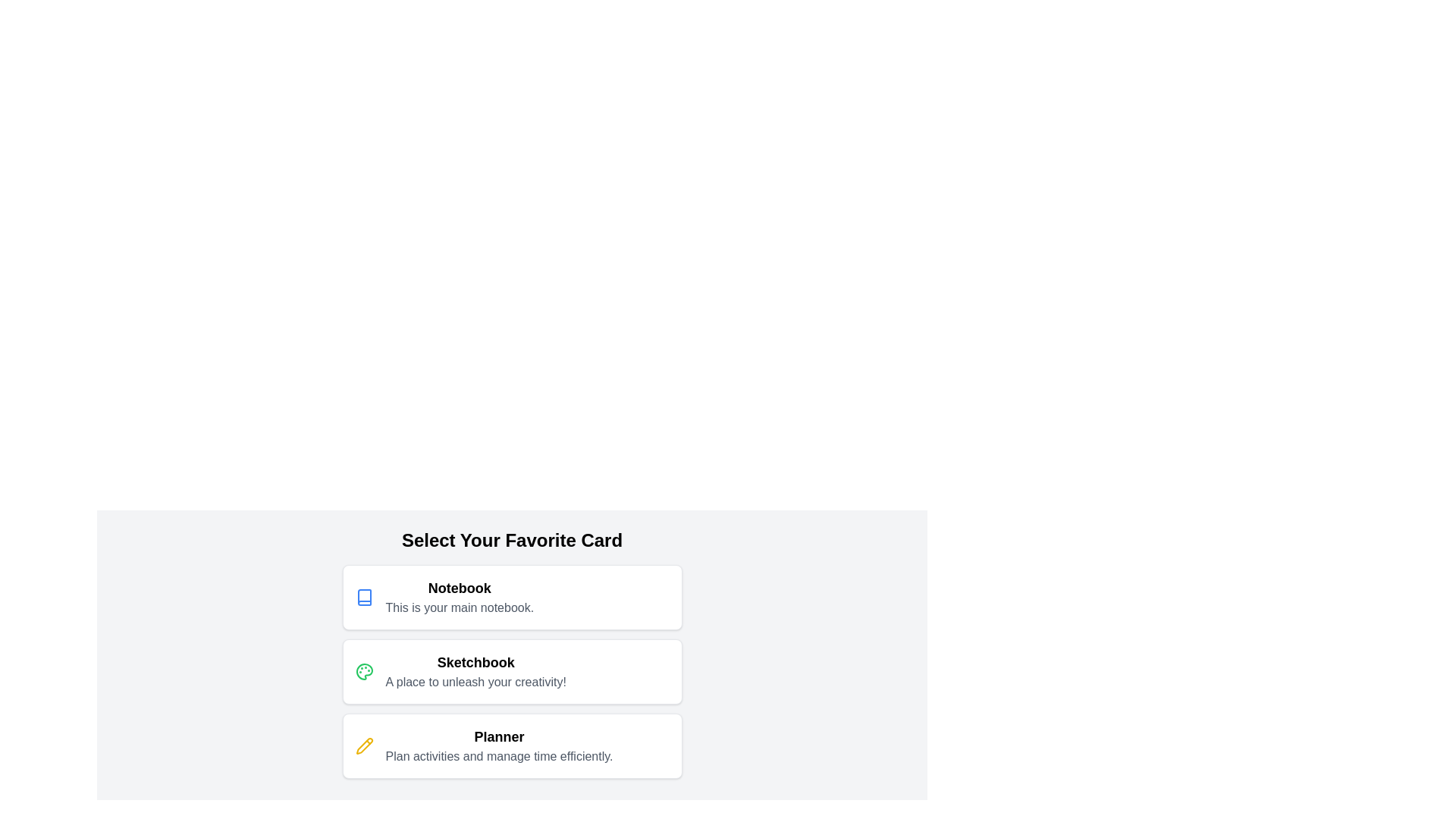 This screenshot has width=1456, height=819. I want to click on displayed text from the Text Label that shows 'Sketchbook' in bold, black font and 'A place to unleash your creativity!' in smaller, gray font, located in the second card-like section of selectable options, so click(475, 671).